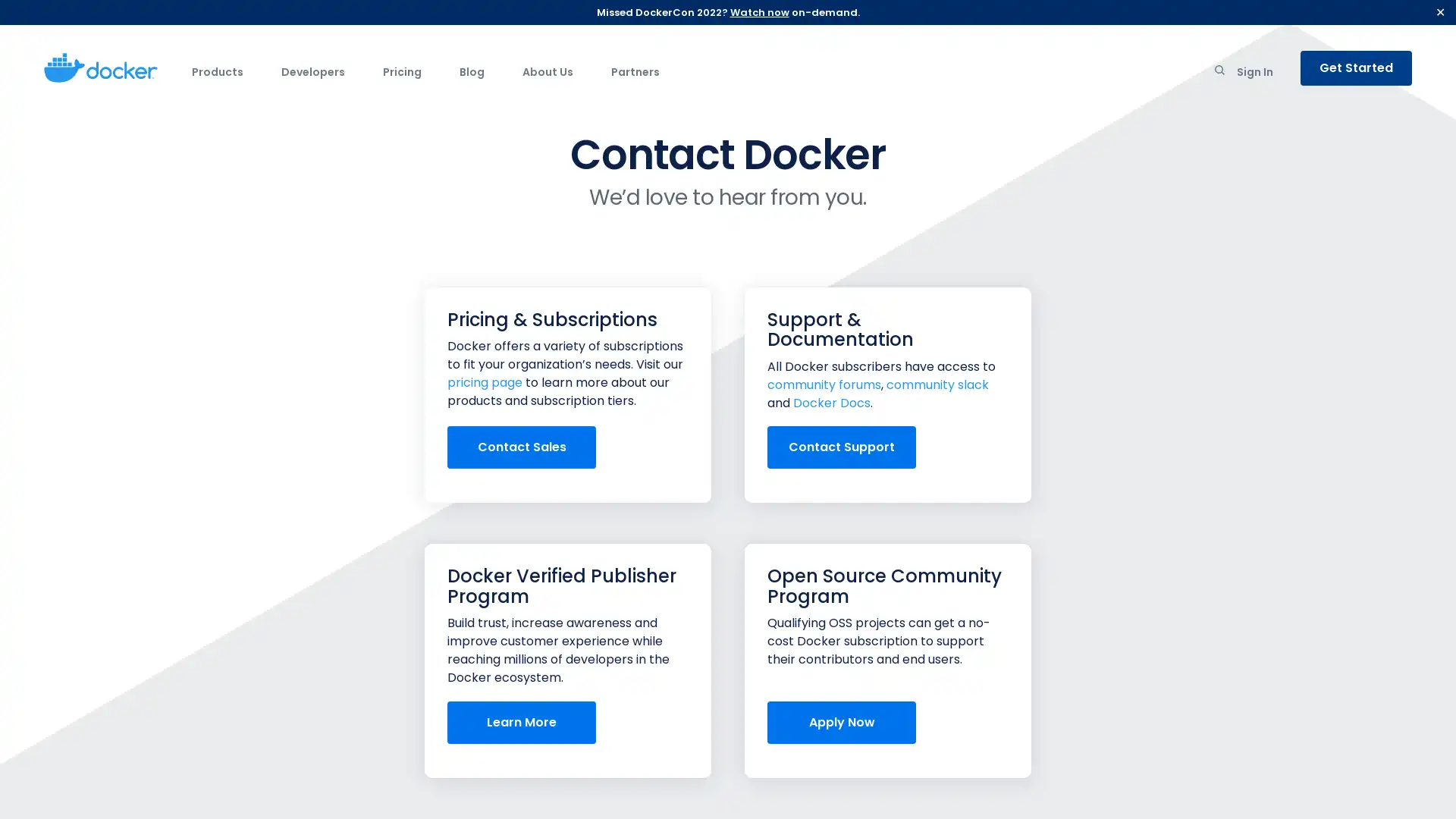  Describe the element at coordinates (1219, 73) in the screenshot. I see `Search` at that location.